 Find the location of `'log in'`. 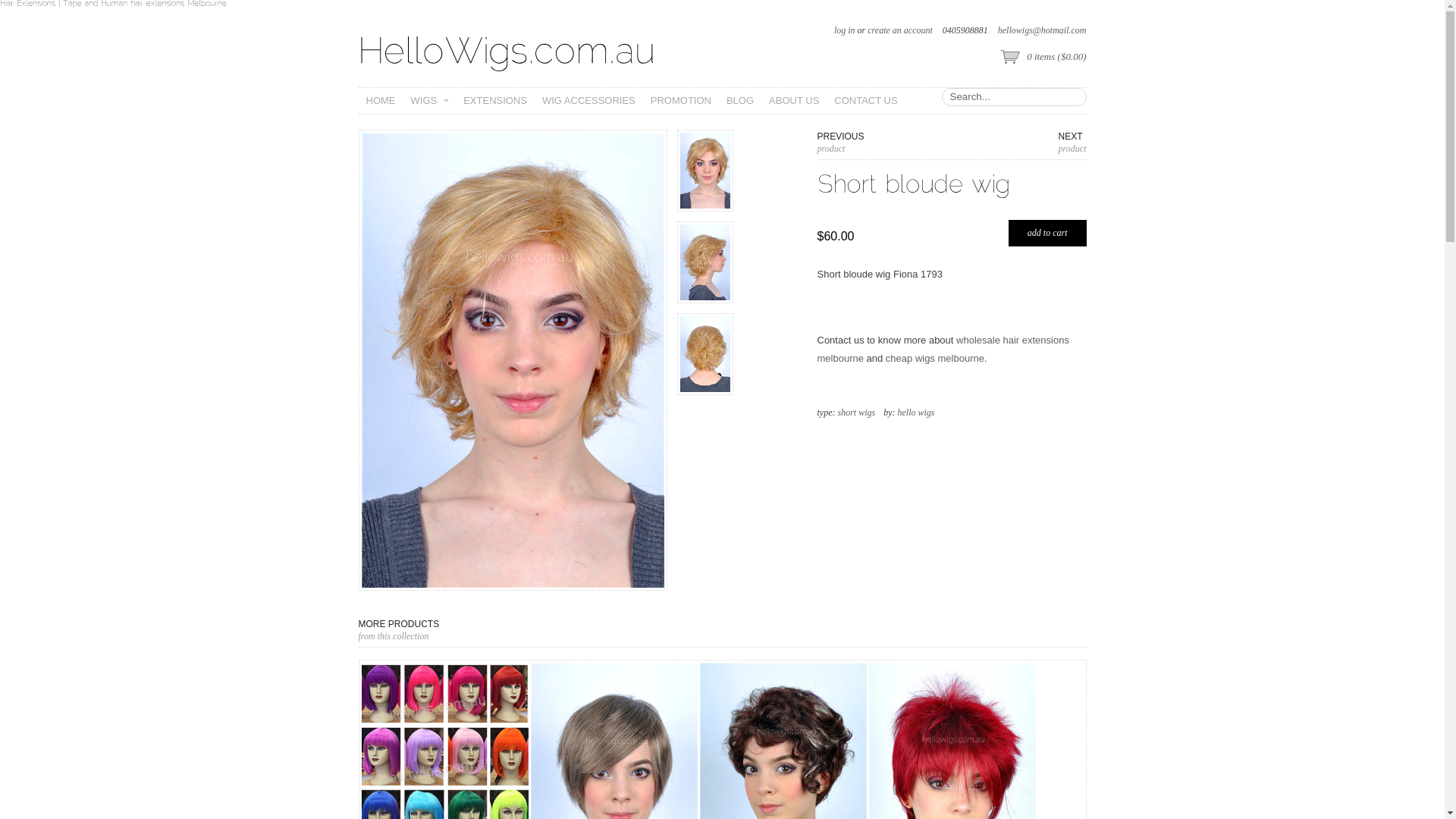

'log in' is located at coordinates (843, 30).